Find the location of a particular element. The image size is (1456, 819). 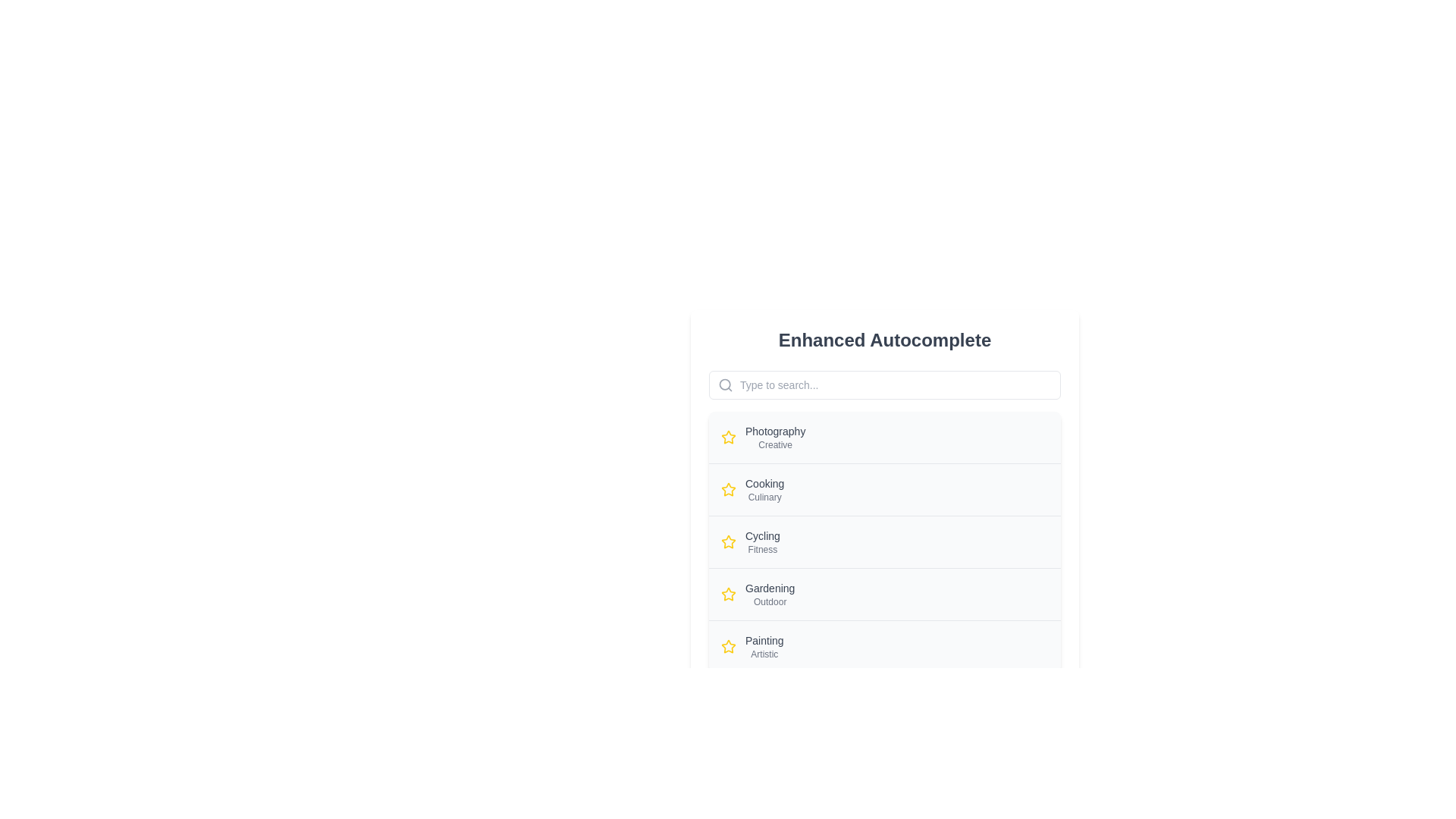

text label that serves as a descriptor for the 'Cycling' entry, located beneath the 'Cycling' header, which provides additional information about it is located at coordinates (762, 550).